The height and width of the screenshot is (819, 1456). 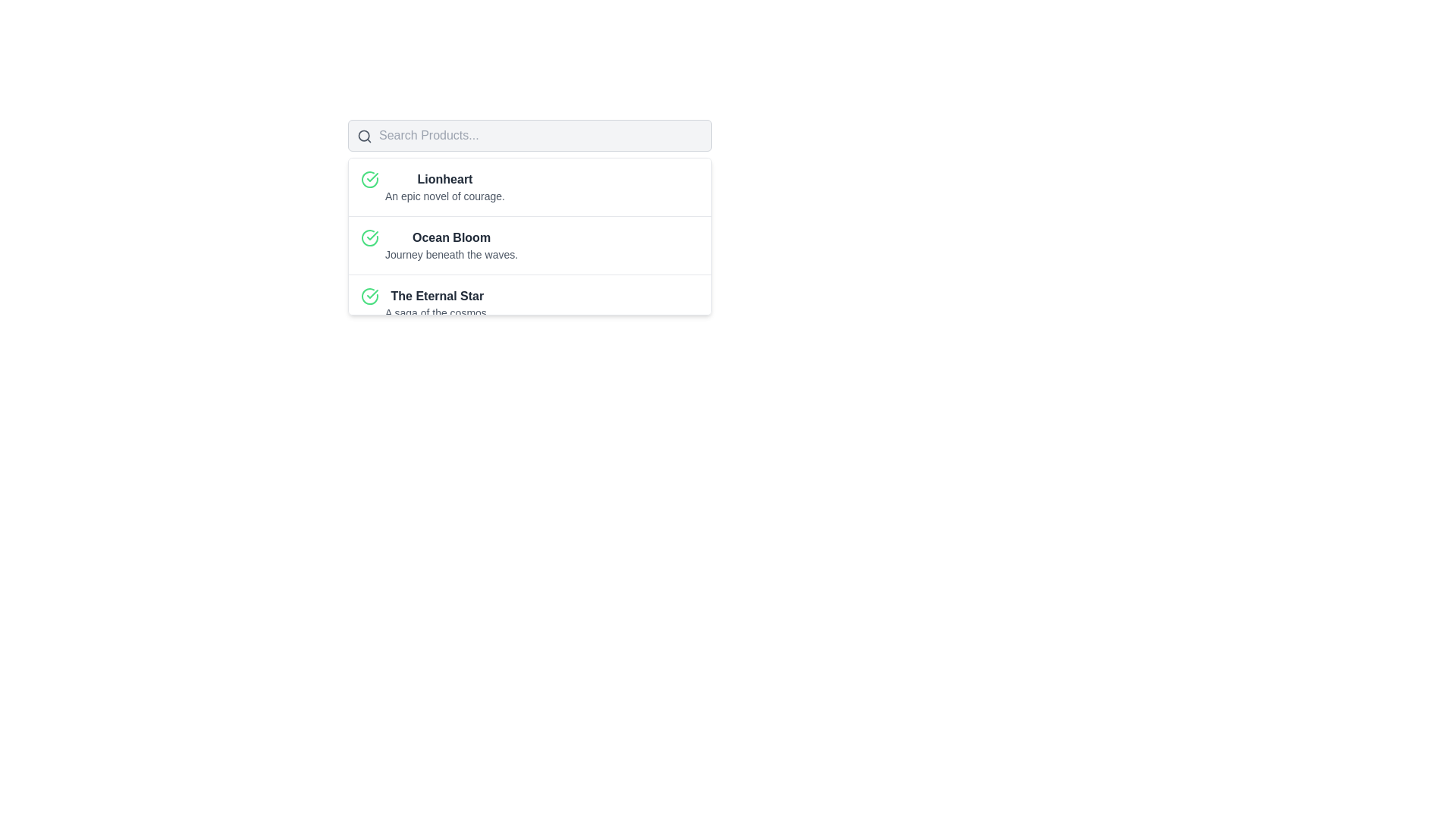 I want to click on the static text label that serves as the title of the third item in the list to possibly trigger a tooltip or visual highlight, so click(x=436, y=296).